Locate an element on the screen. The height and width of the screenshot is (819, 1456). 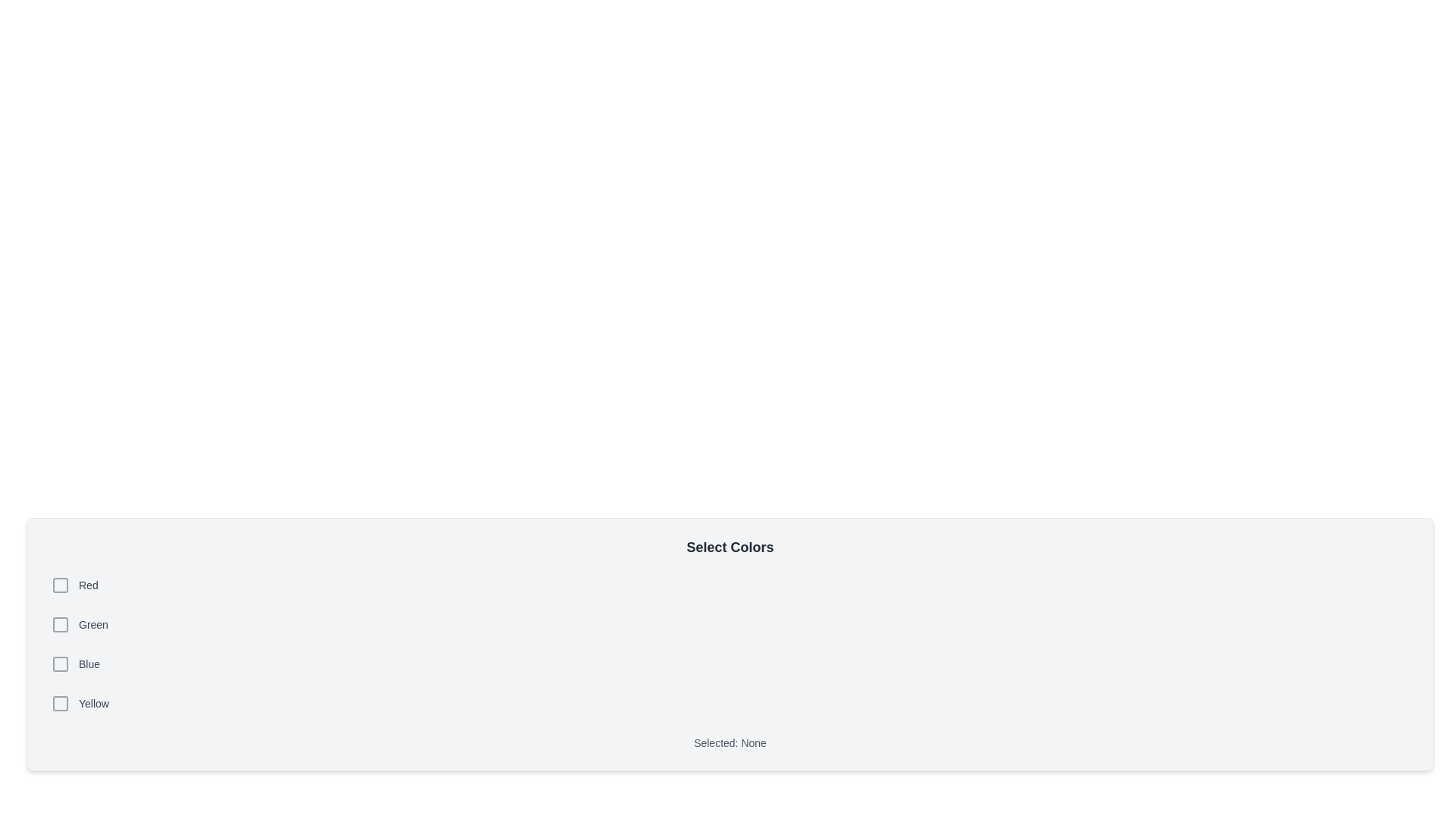
the checkbox located to the left of the text label 'Red' is located at coordinates (61, 584).